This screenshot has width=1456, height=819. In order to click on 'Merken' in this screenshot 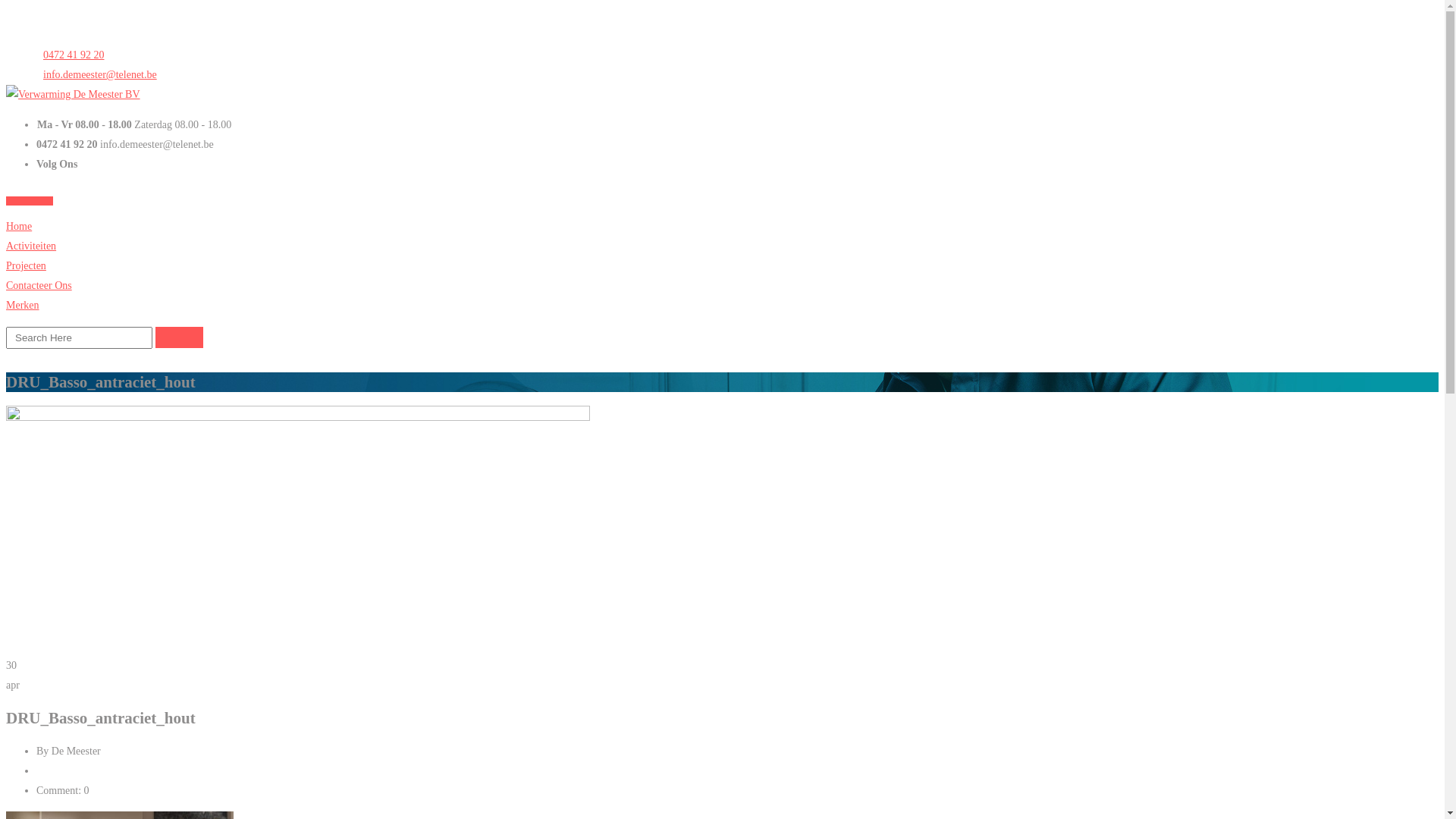, I will do `click(6, 305)`.